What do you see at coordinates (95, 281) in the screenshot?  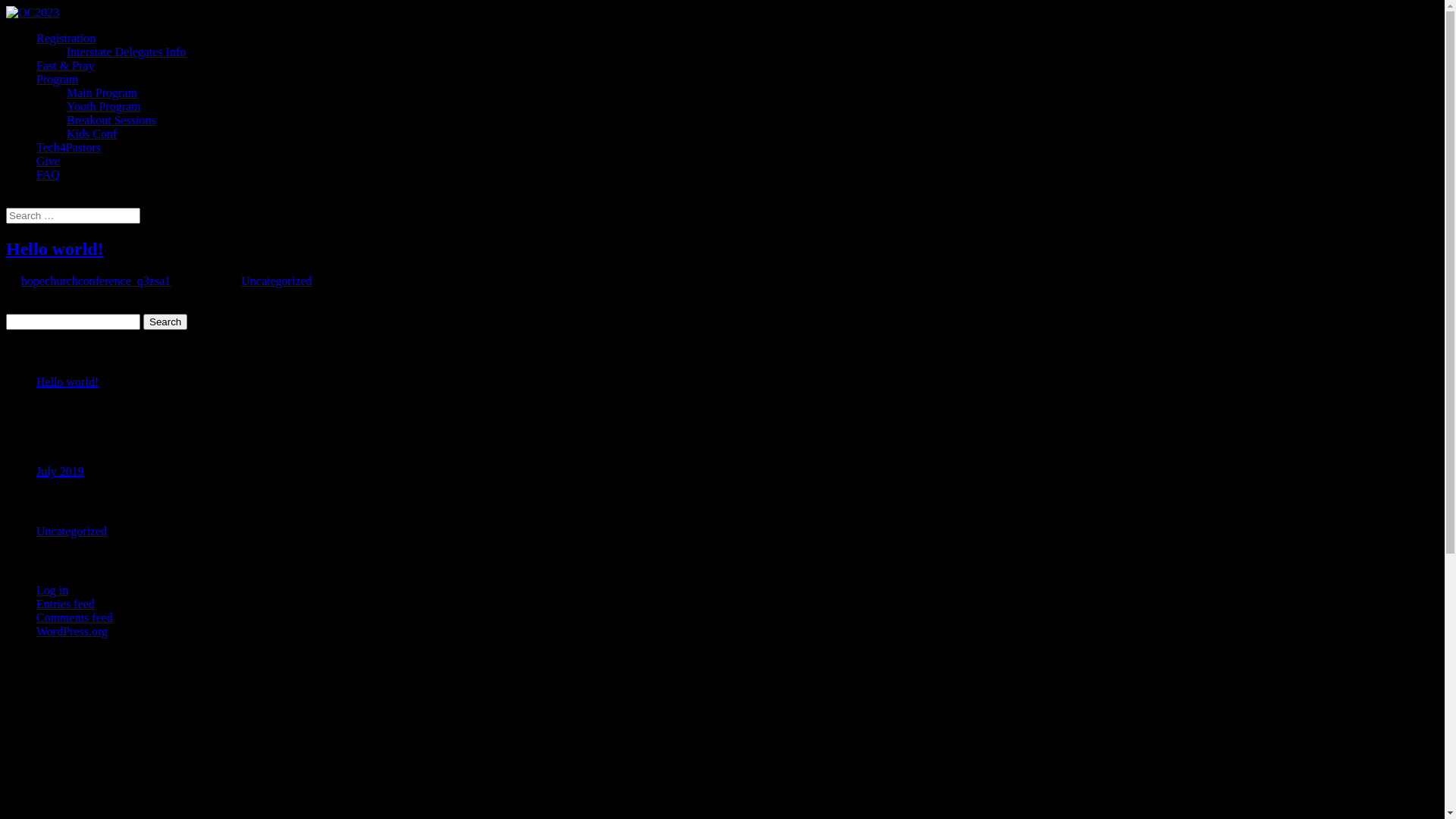 I see `'hopechurchconference_q3zsa1'` at bounding box center [95, 281].